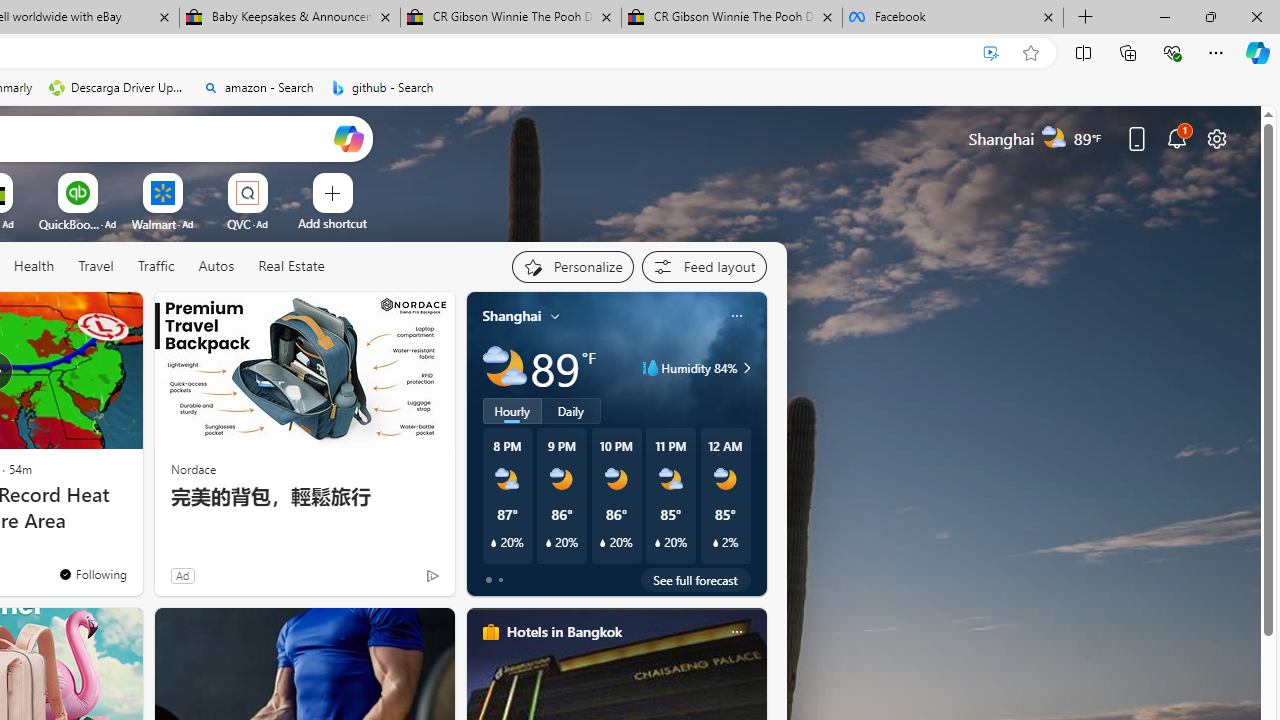  What do you see at coordinates (155, 266) in the screenshot?
I see `'Traffic'` at bounding box center [155, 266].